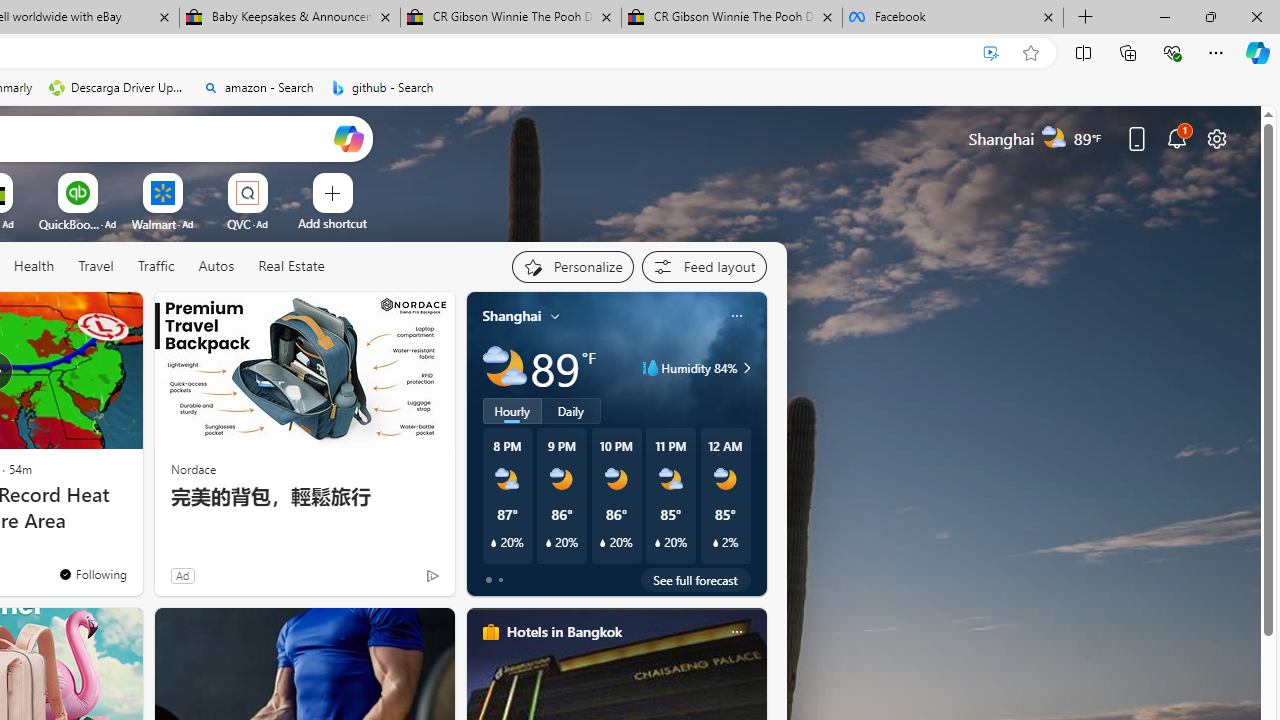  What do you see at coordinates (155, 266) in the screenshot?
I see `'Traffic'` at bounding box center [155, 266].